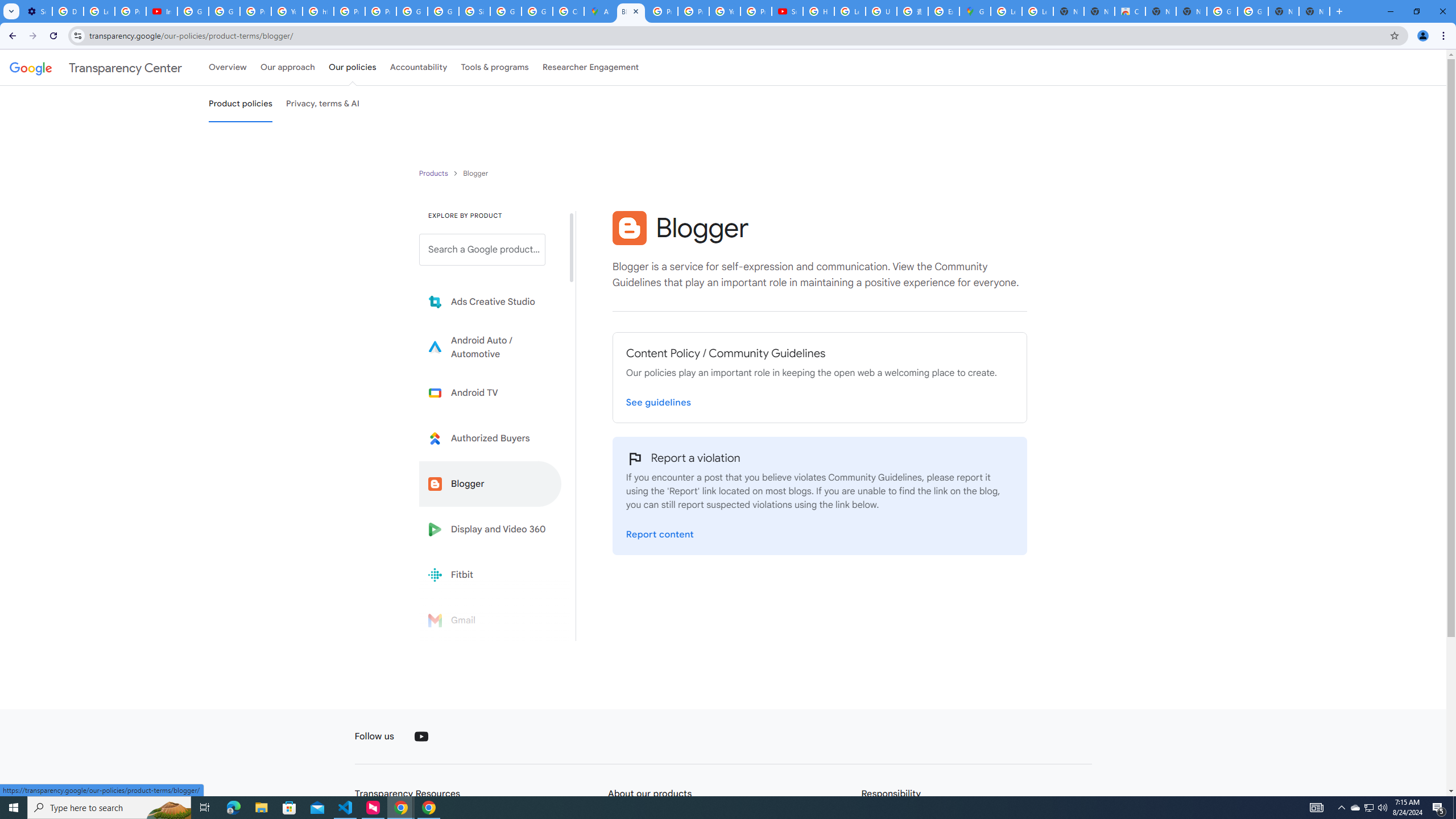 Image resolution: width=1456 pixels, height=819 pixels. Describe the element at coordinates (630, 11) in the screenshot. I see `'Blogger Policies and Guidelines - Transparency Center'` at that location.